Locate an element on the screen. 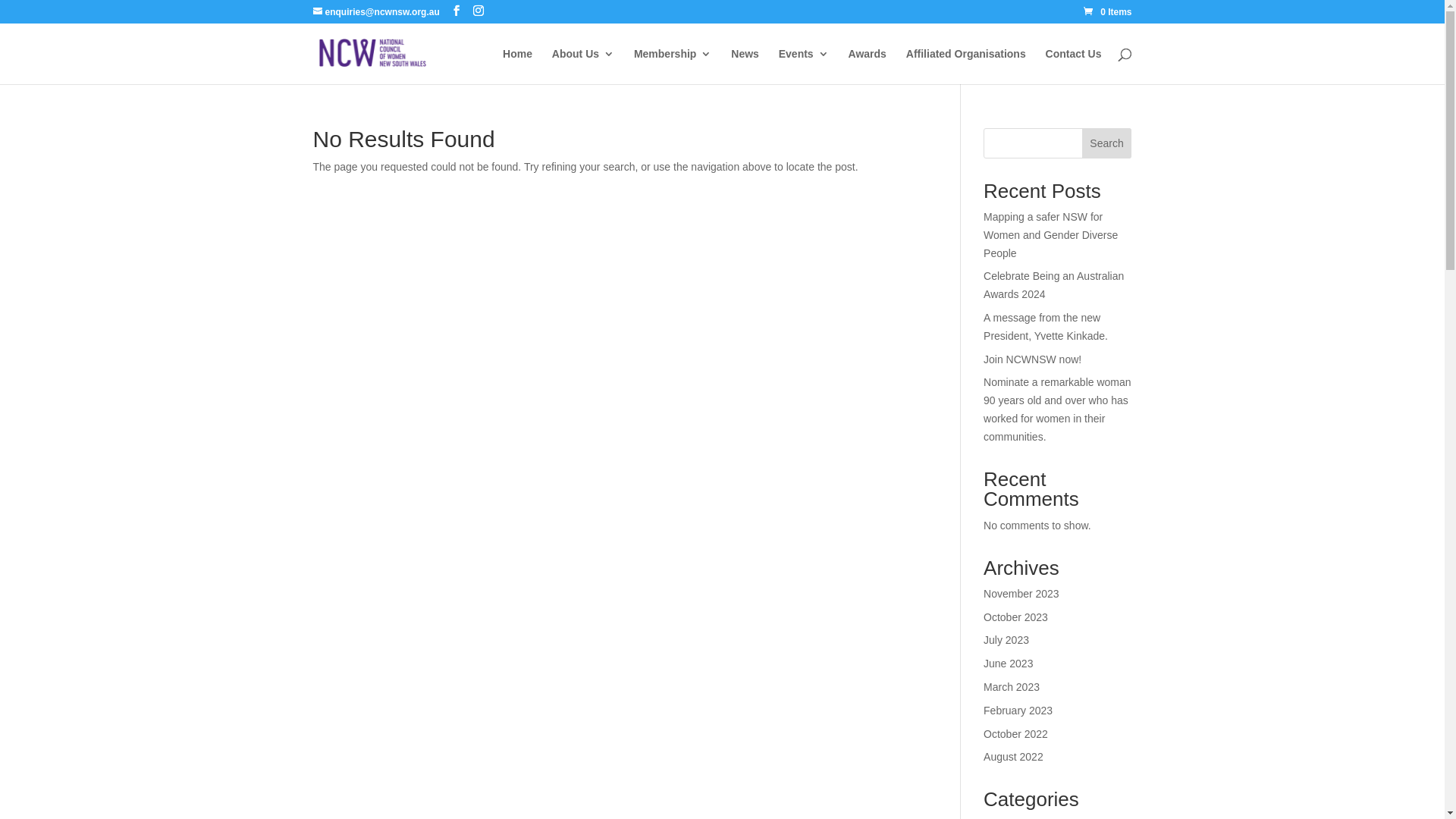 This screenshot has height=819, width=1456. 'Home' is located at coordinates (517, 65).